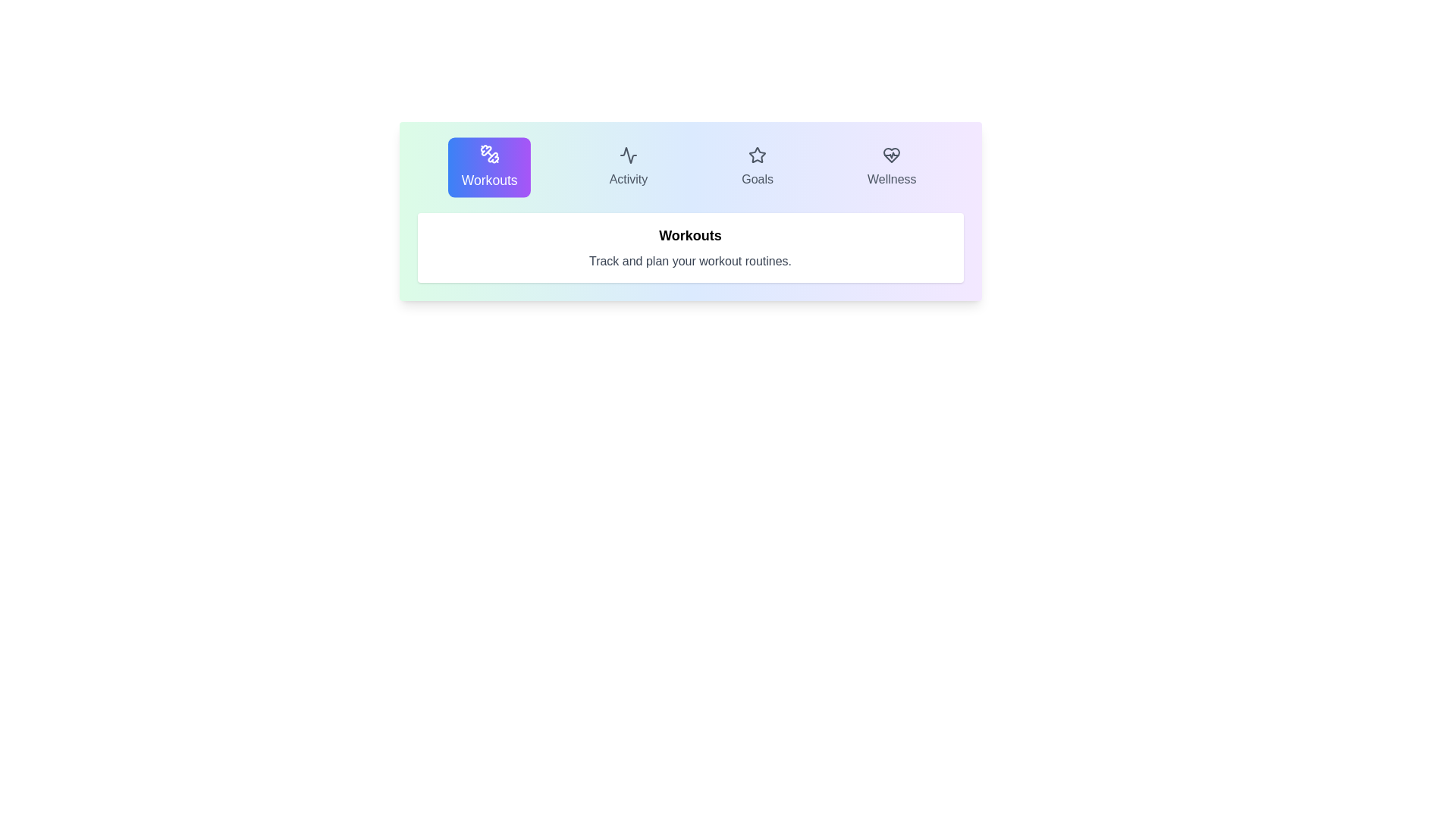  Describe the element at coordinates (758, 167) in the screenshot. I see `the 'Goals' button, which features a star icon and muted gray text` at that location.